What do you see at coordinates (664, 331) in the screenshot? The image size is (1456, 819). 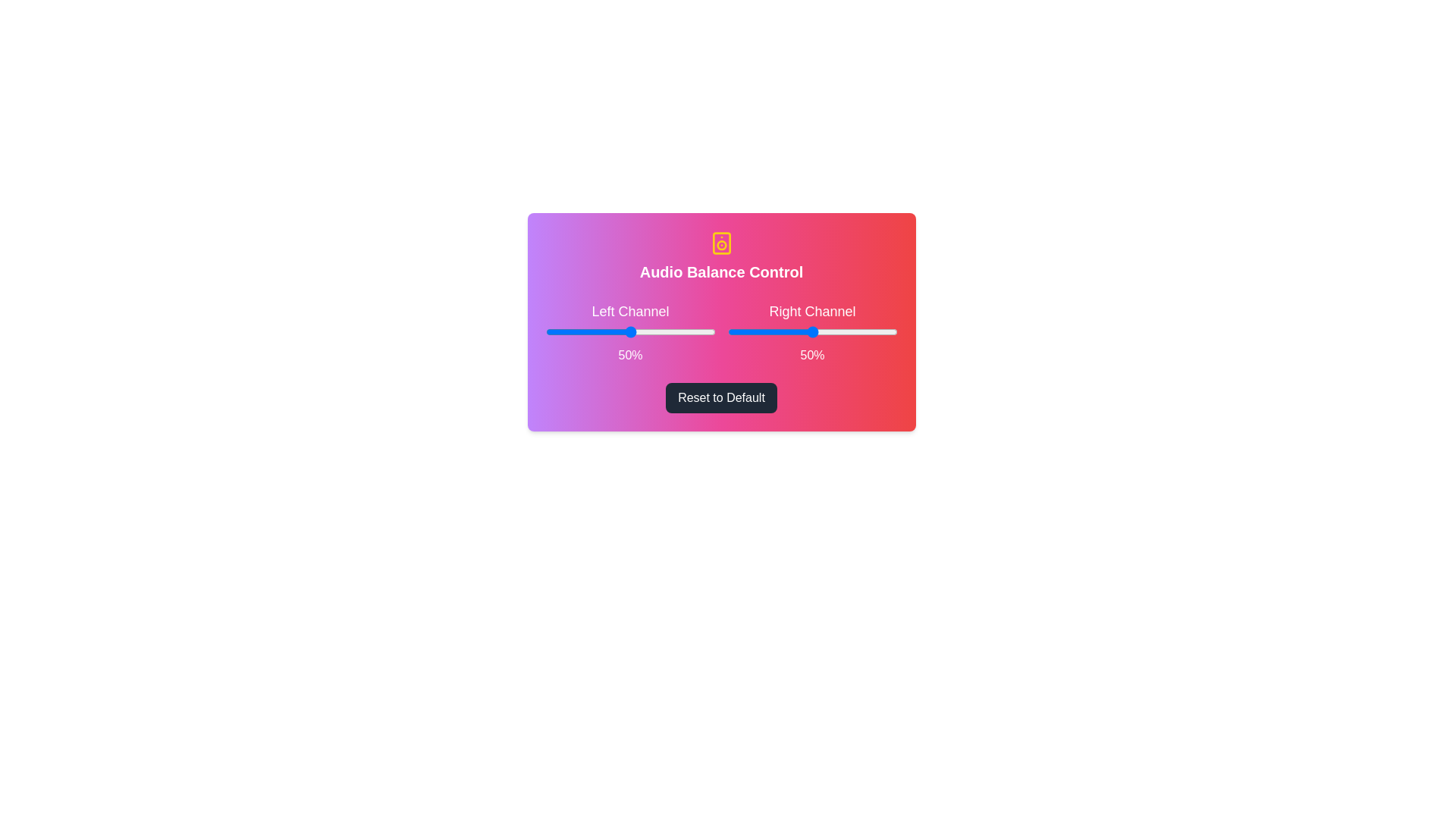 I see `the left slider to 70%` at bounding box center [664, 331].